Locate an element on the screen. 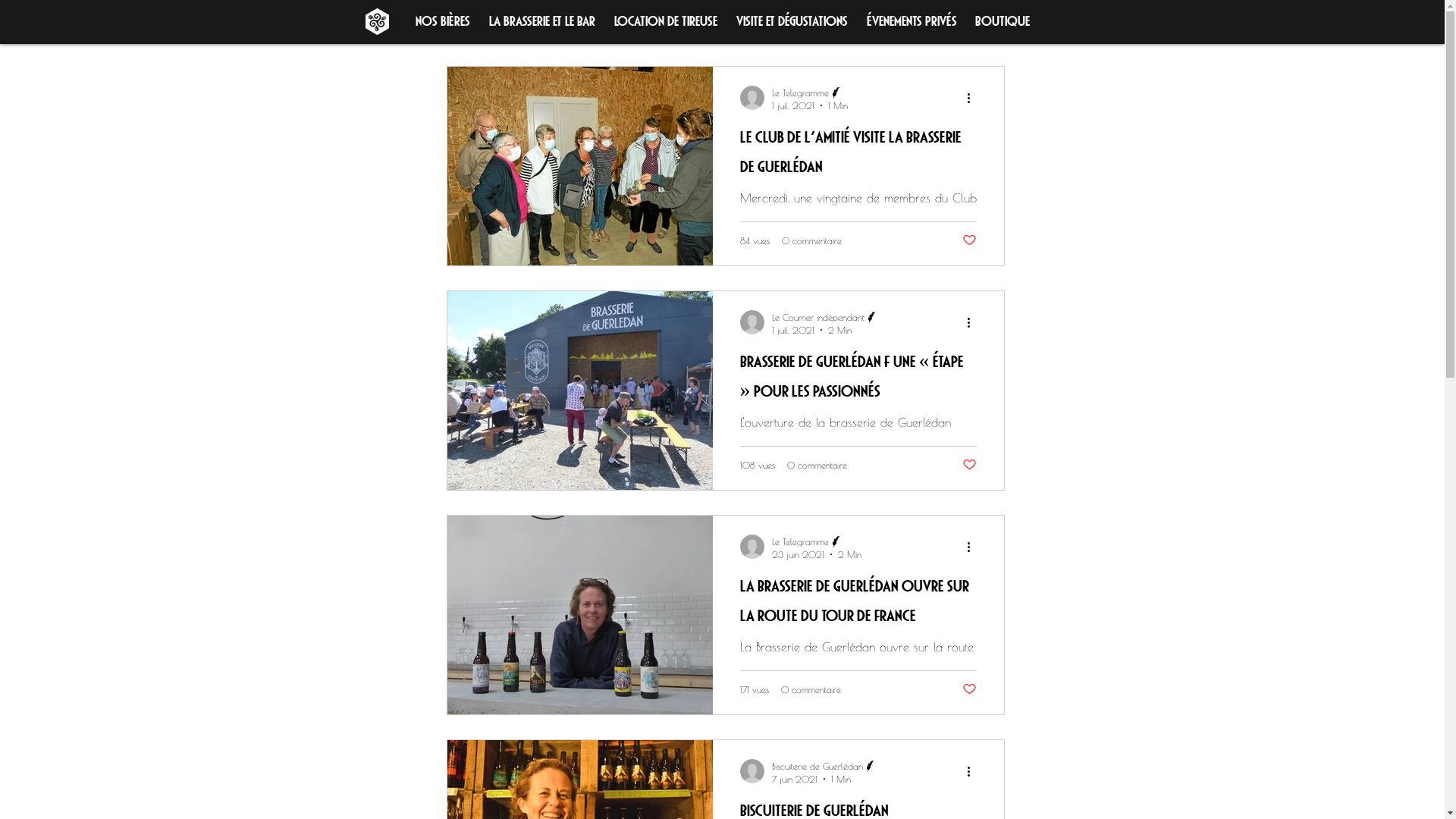  'Tous les posts' is located at coordinates (445, 20).